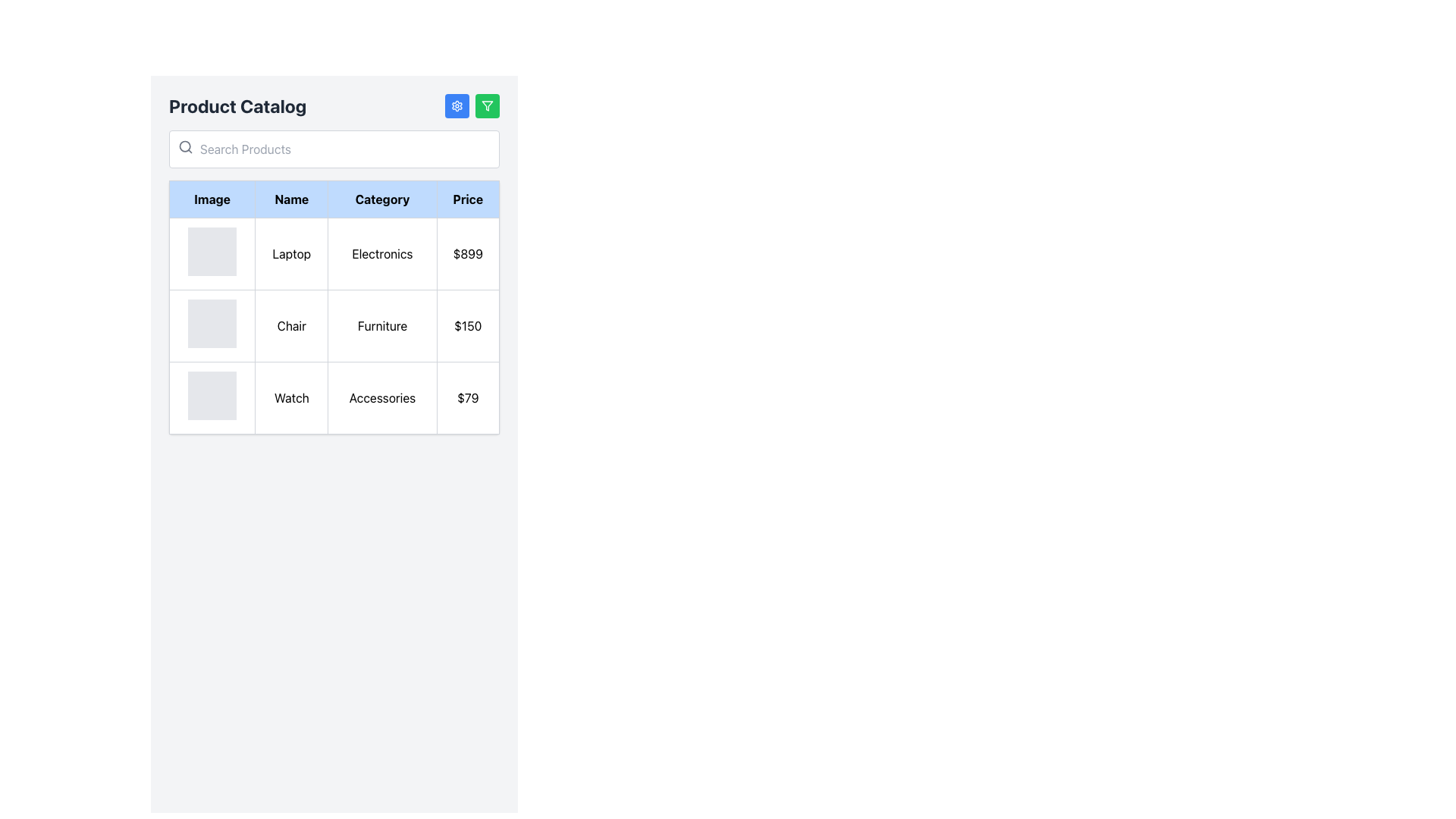 Image resolution: width=1456 pixels, height=819 pixels. What do you see at coordinates (212, 397) in the screenshot?
I see `the image placeholder in the fourth row and first column of the table under the 'Image' column, which is aligned with 'Watch', 'Accessories', and '$79'` at bounding box center [212, 397].